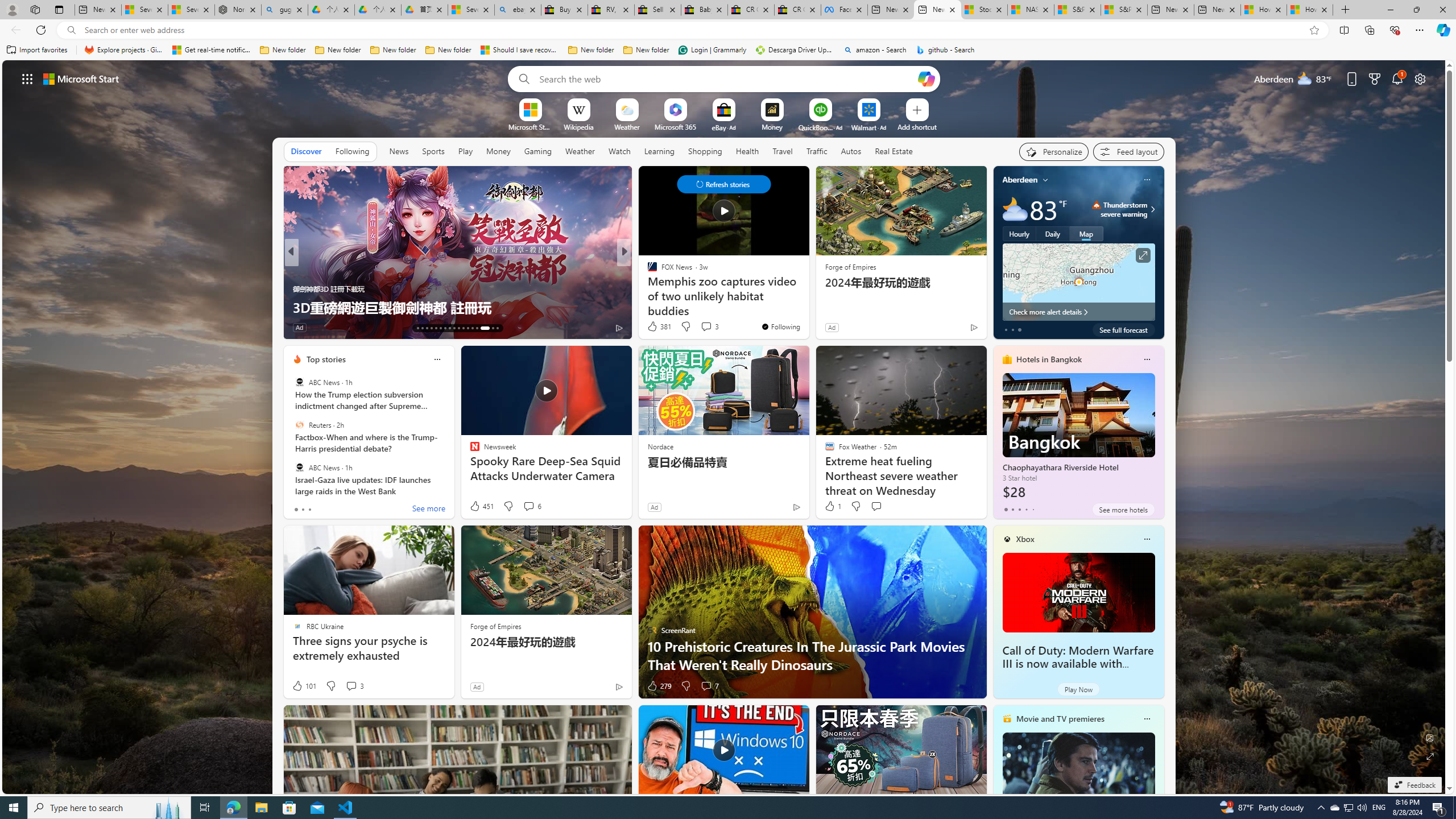  Describe the element at coordinates (471, 328) in the screenshot. I see `'AutomationID: tab-25'` at that location.